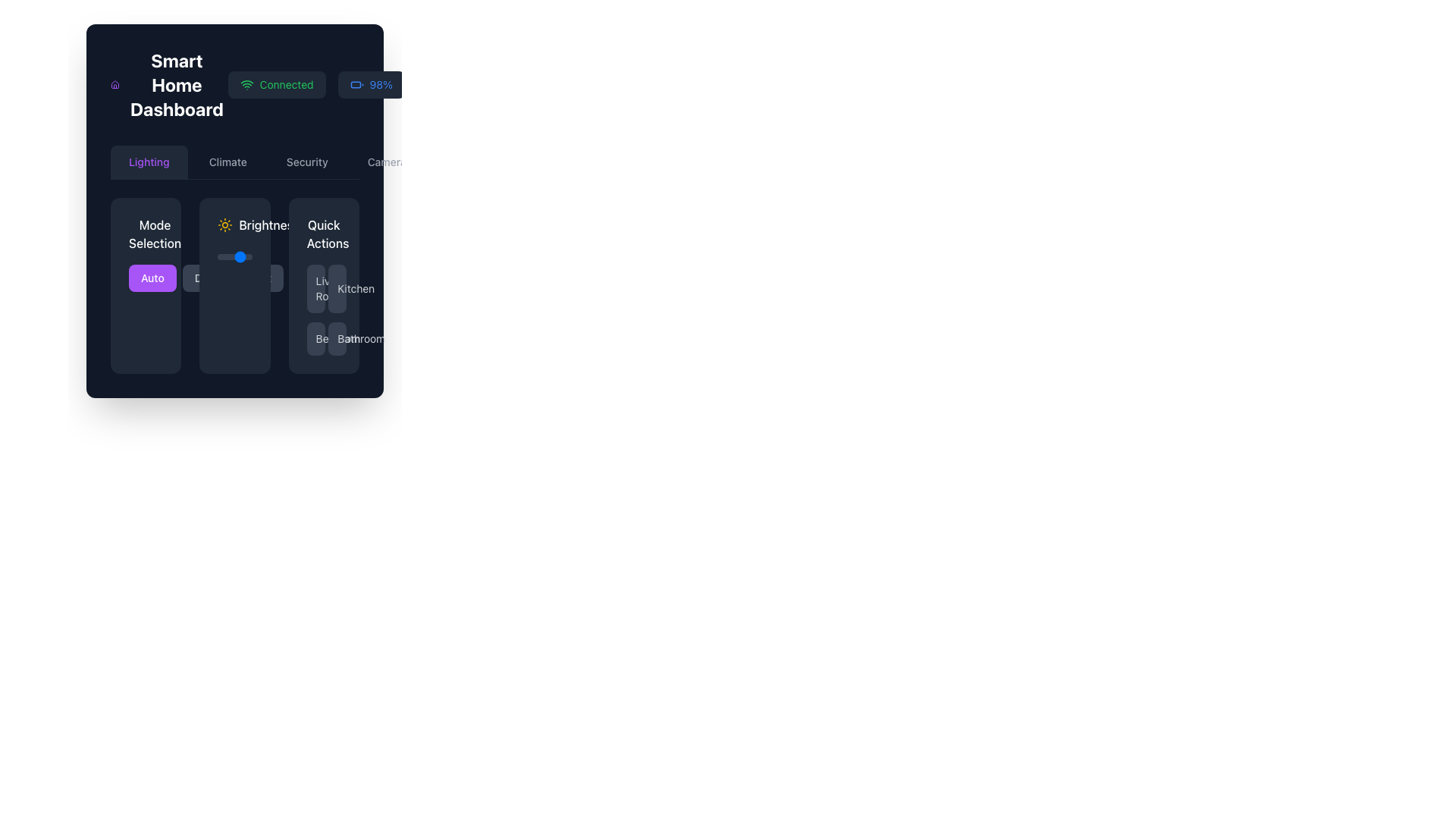  I want to click on the text label displaying the current brightness level of '75%' located to the right of the 'Brightness' label and above the 'Quick Actions' section in the UI, so click(309, 225).